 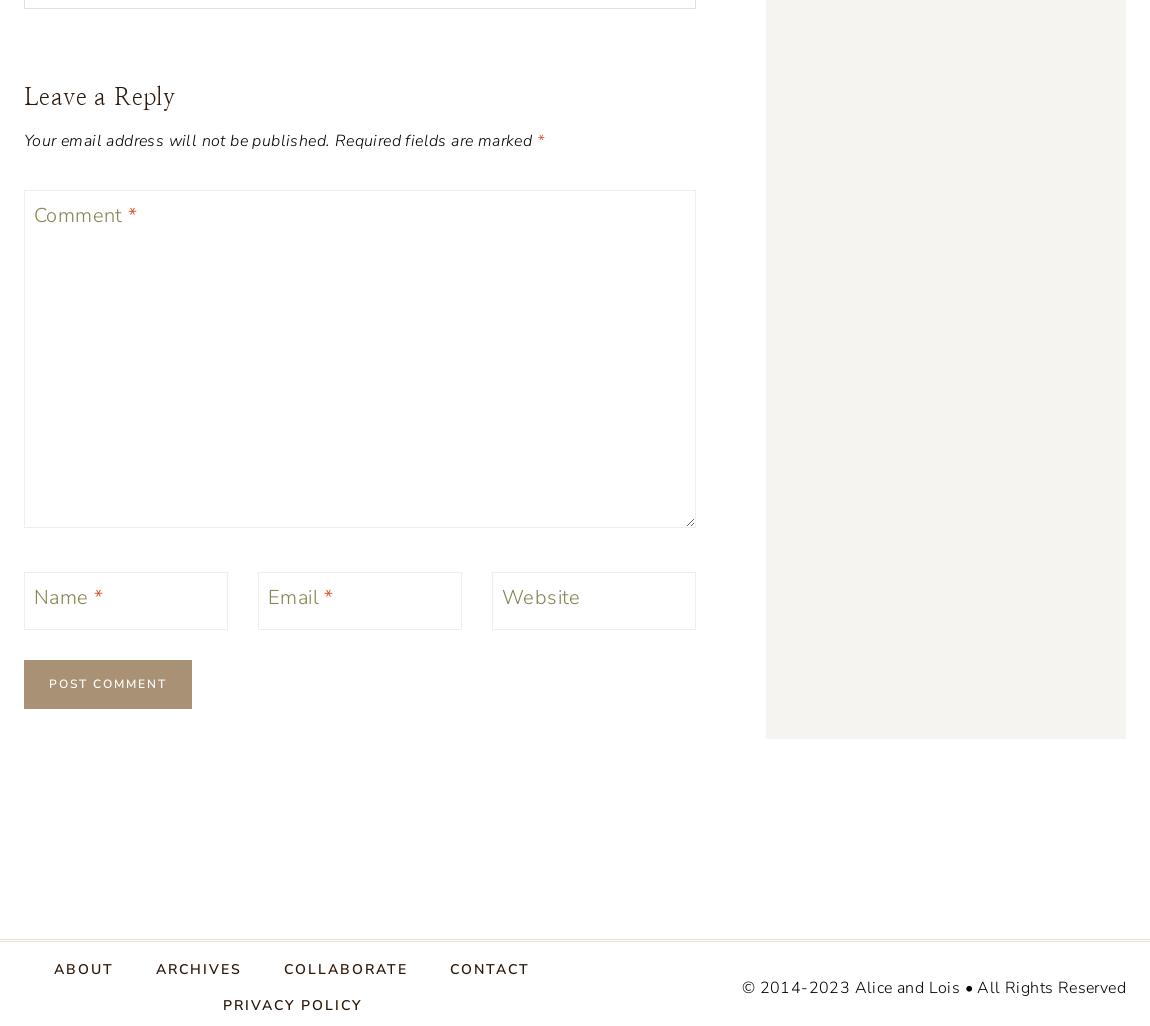 I want to click on 'About', so click(x=82, y=969).